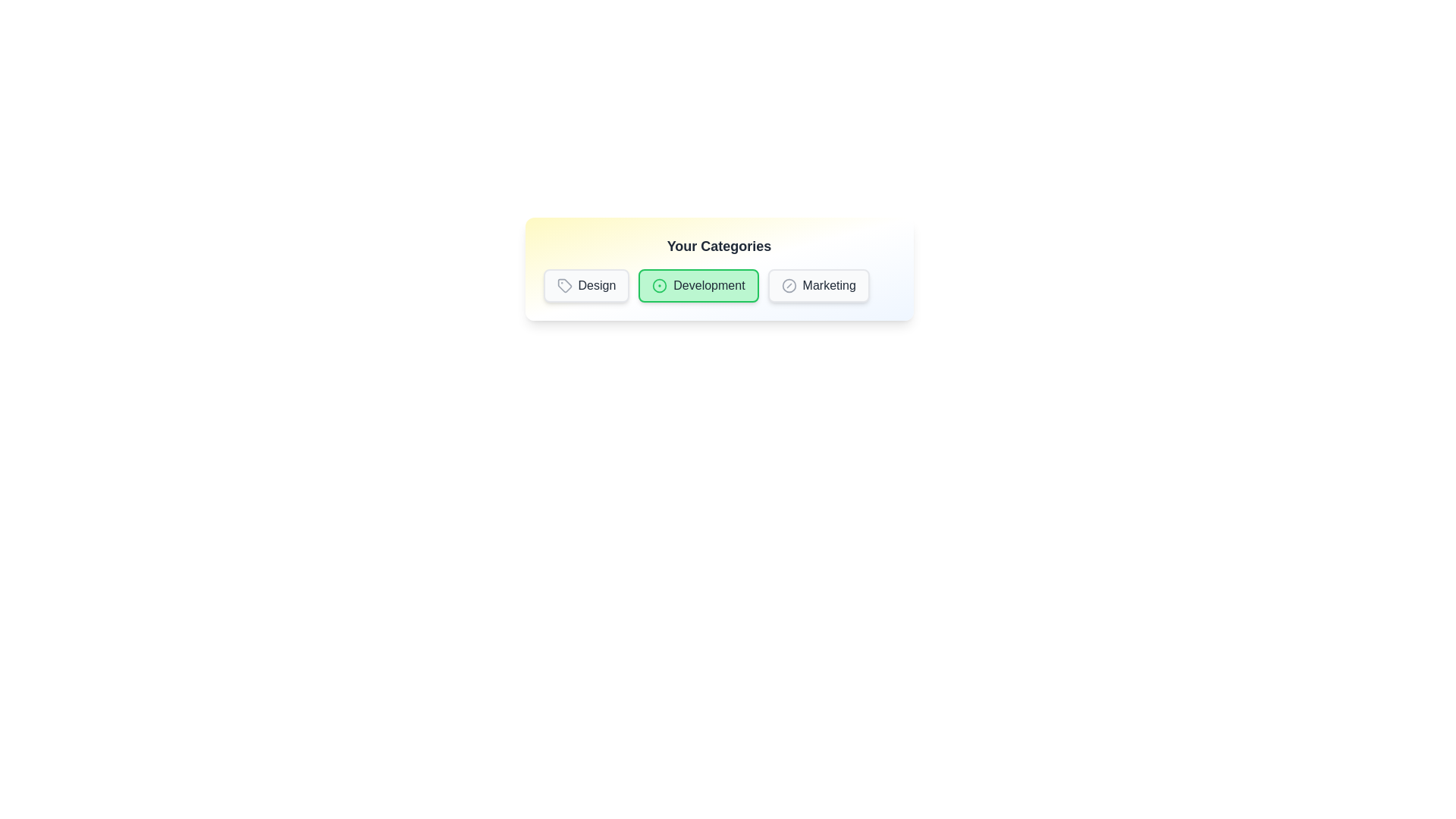 The width and height of the screenshot is (1456, 819). What do you see at coordinates (698, 286) in the screenshot?
I see `the badge labeled Development` at bounding box center [698, 286].